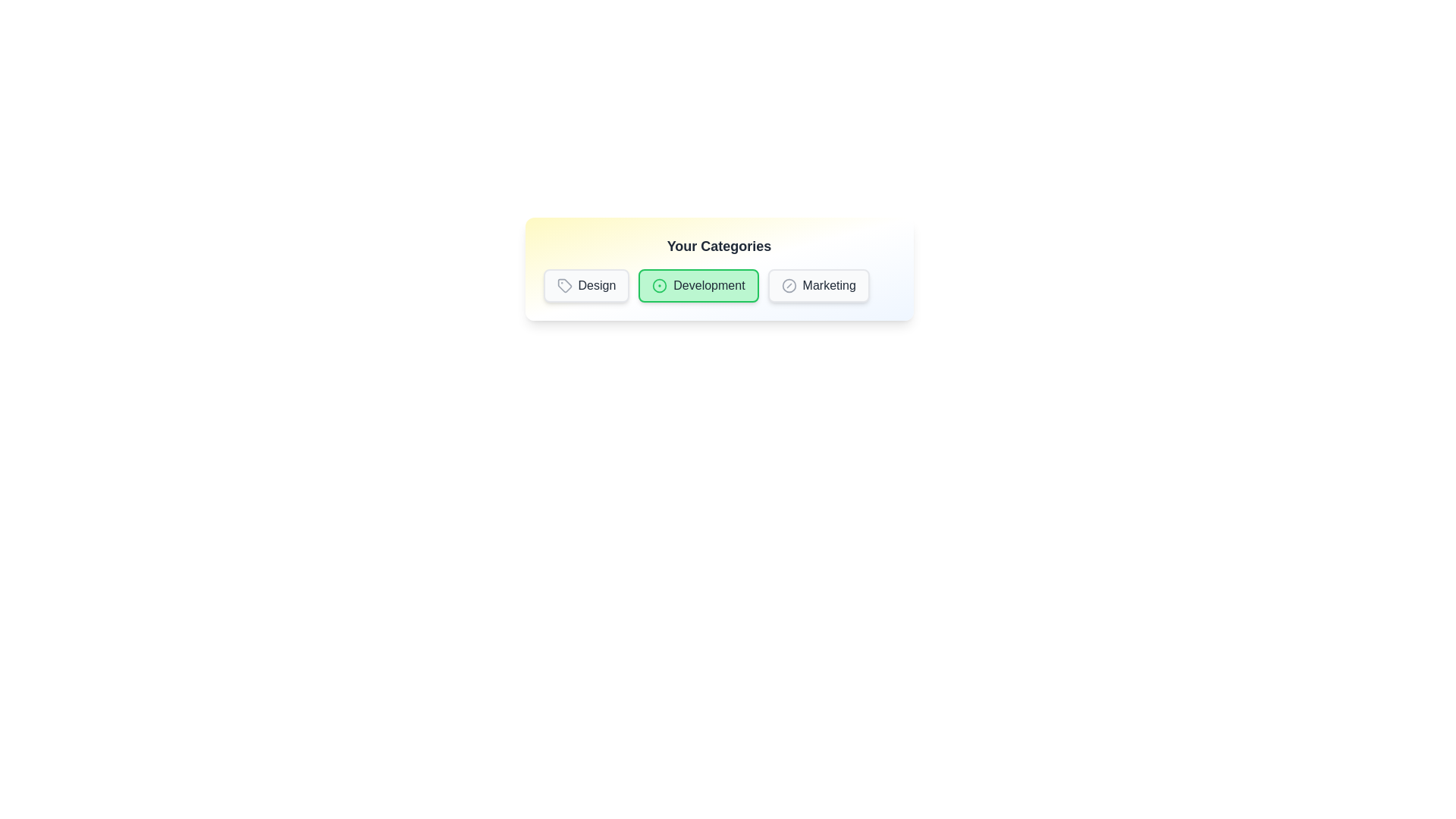 The width and height of the screenshot is (1456, 819). What do you see at coordinates (698, 286) in the screenshot?
I see `the badge labeled Development` at bounding box center [698, 286].